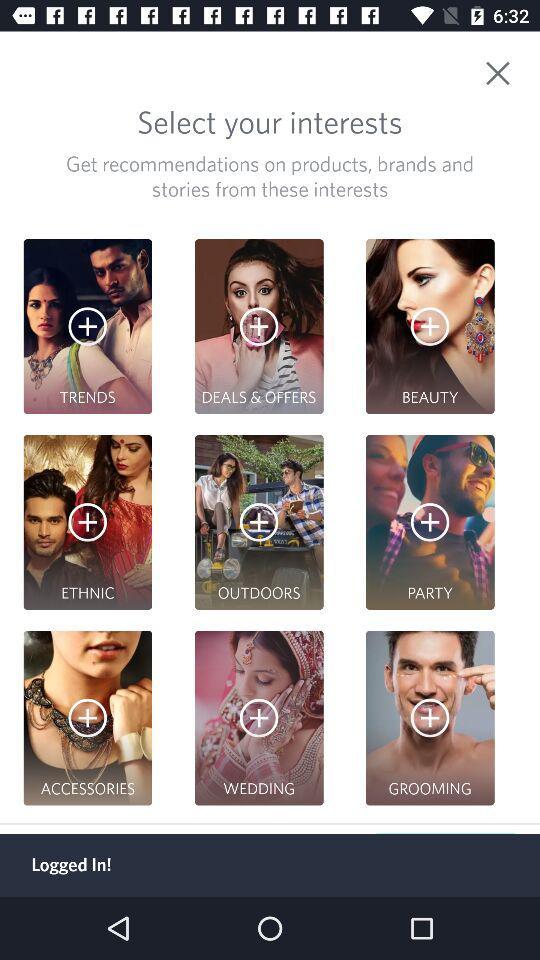 The image size is (540, 960). I want to click on the close icon, so click(508, 66).